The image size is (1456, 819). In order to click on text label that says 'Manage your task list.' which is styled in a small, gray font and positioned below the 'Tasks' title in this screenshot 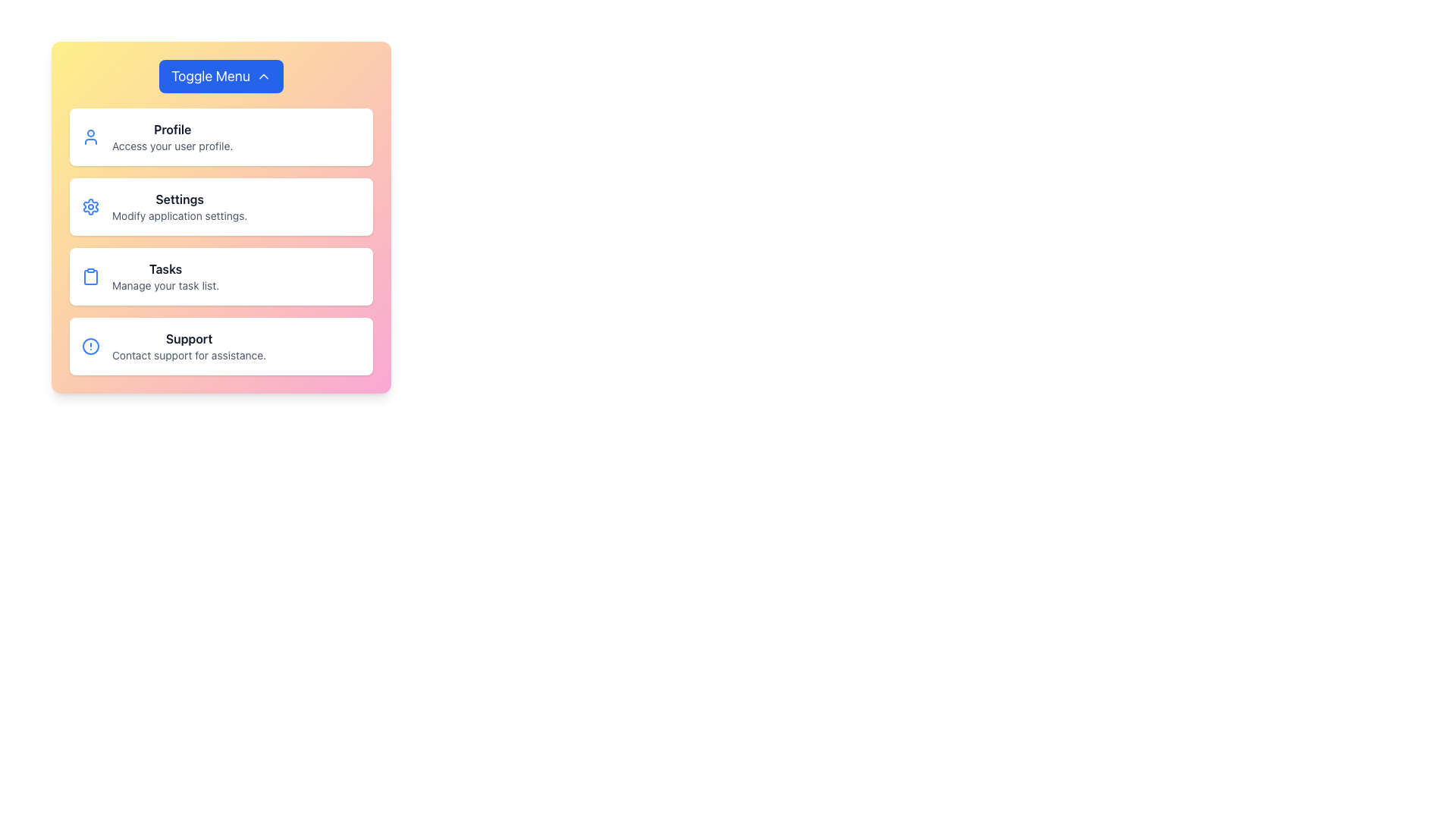, I will do `click(165, 286)`.